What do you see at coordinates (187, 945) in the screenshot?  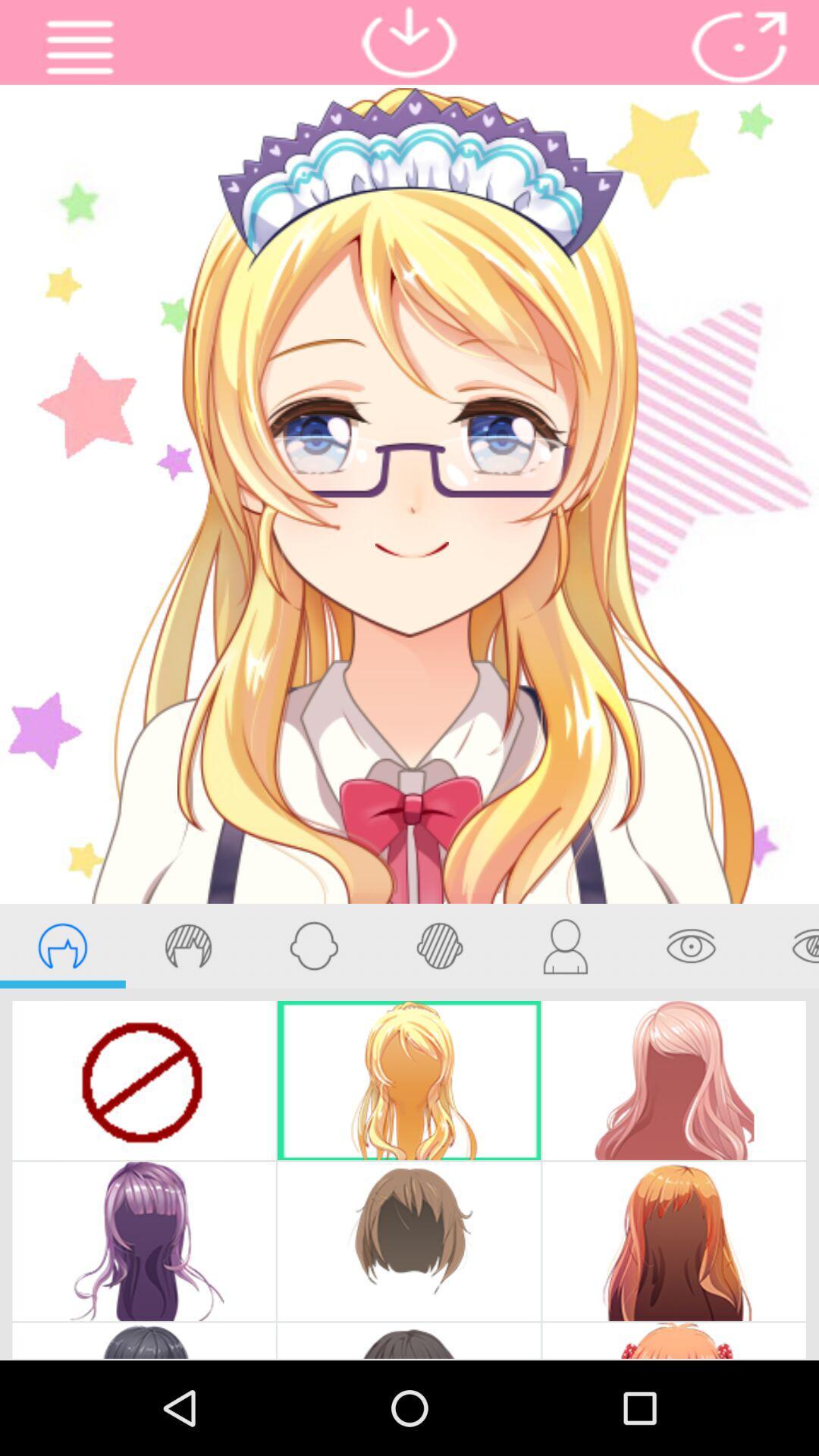 I see `hair color` at bounding box center [187, 945].